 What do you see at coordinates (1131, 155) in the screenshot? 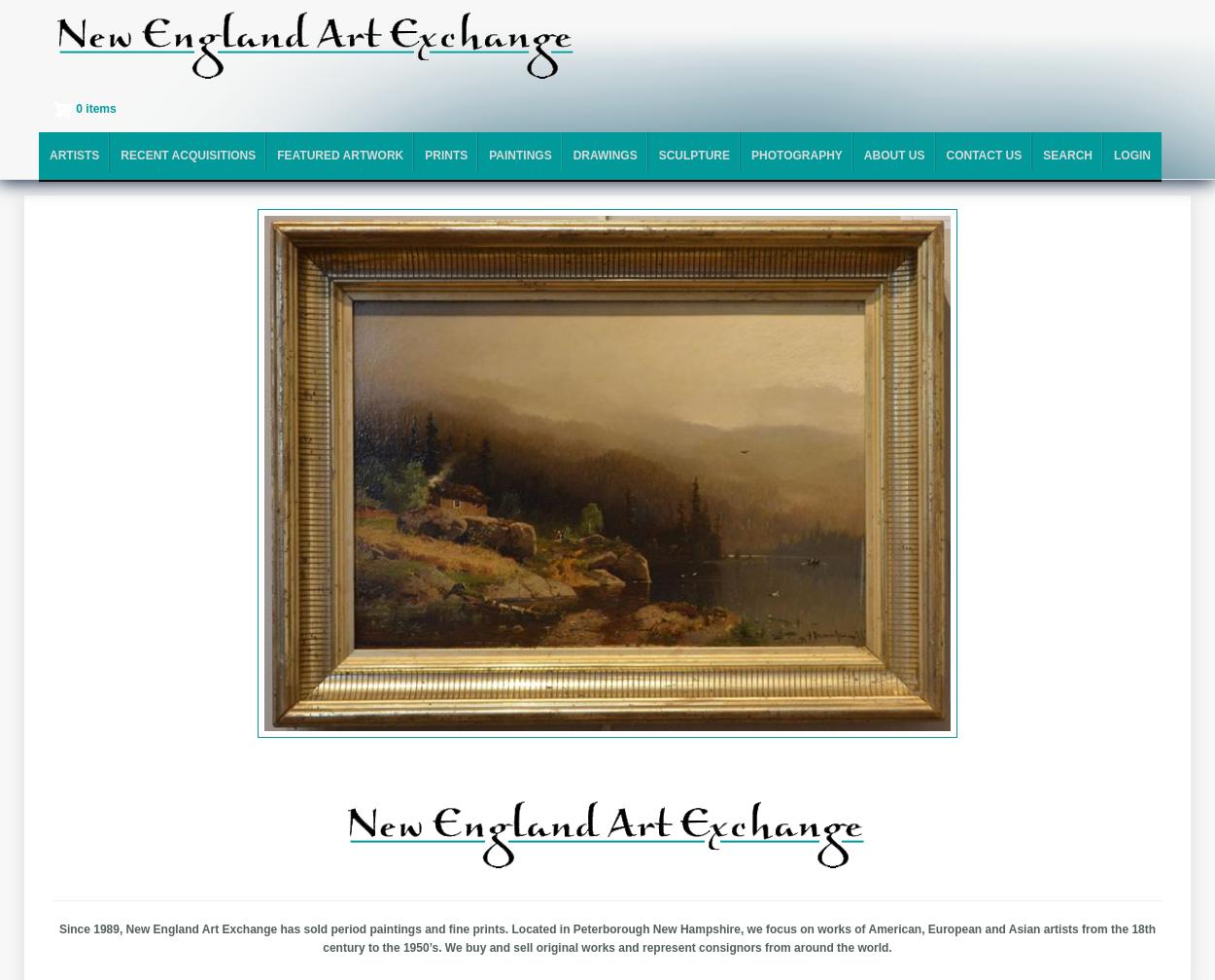
I see `'Login'` at bounding box center [1131, 155].